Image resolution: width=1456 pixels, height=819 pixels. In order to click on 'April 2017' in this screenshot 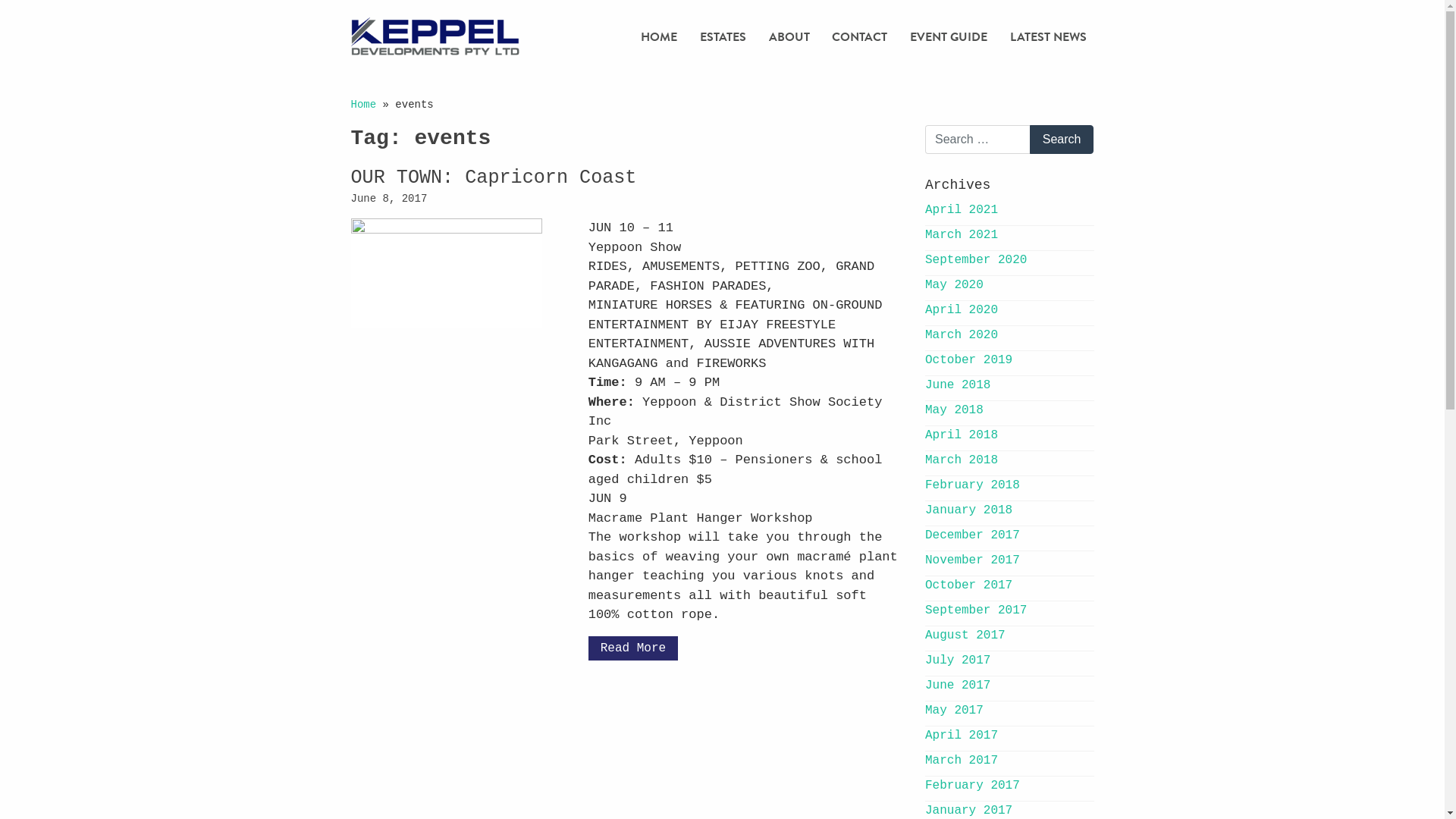, I will do `click(924, 734)`.